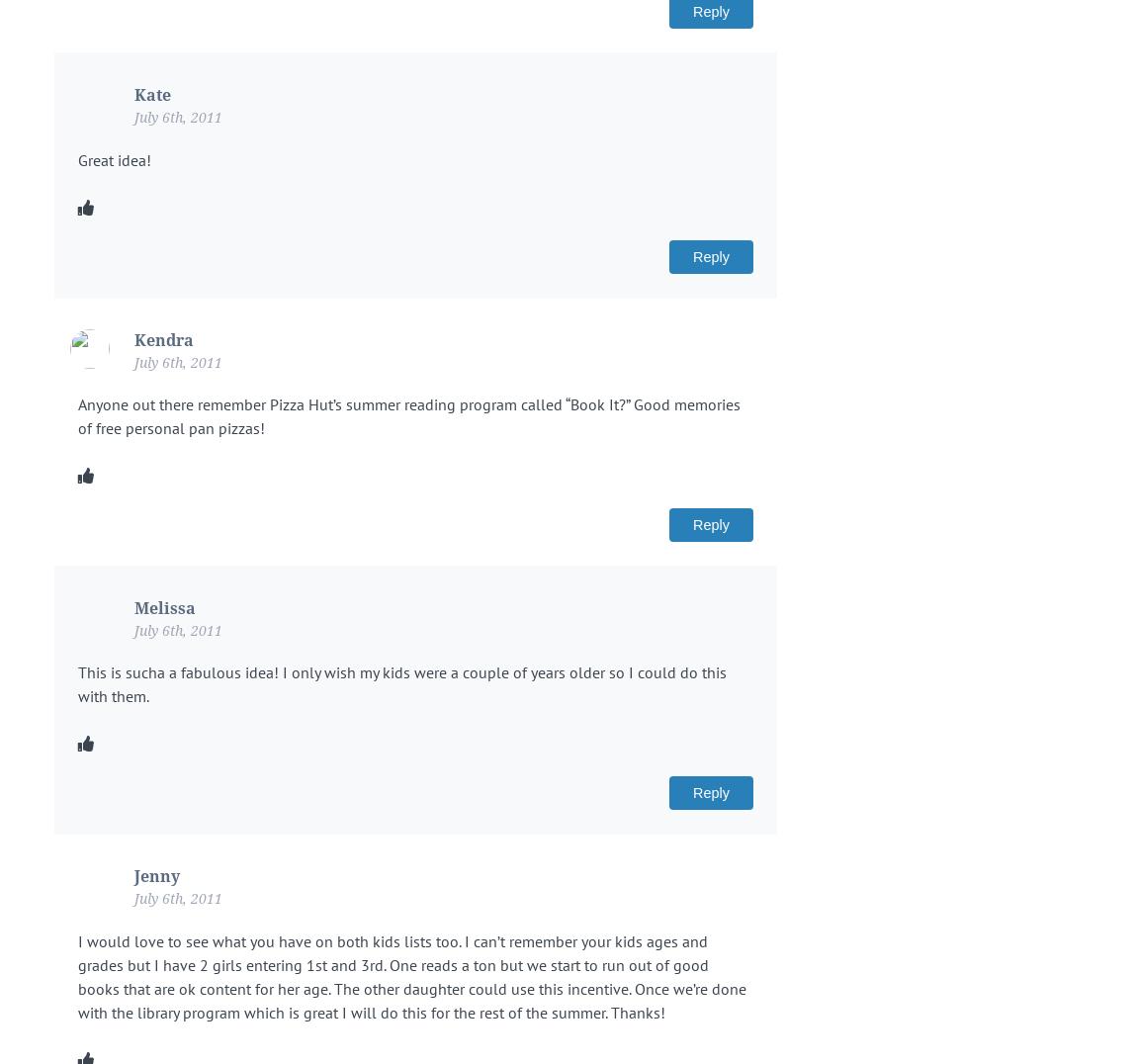 Image resolution: width=1137 pixels, height=1064 pixels. Describe the element at coordinates (156, 876) in the screenshot. I see `'Jenny'` at that location.